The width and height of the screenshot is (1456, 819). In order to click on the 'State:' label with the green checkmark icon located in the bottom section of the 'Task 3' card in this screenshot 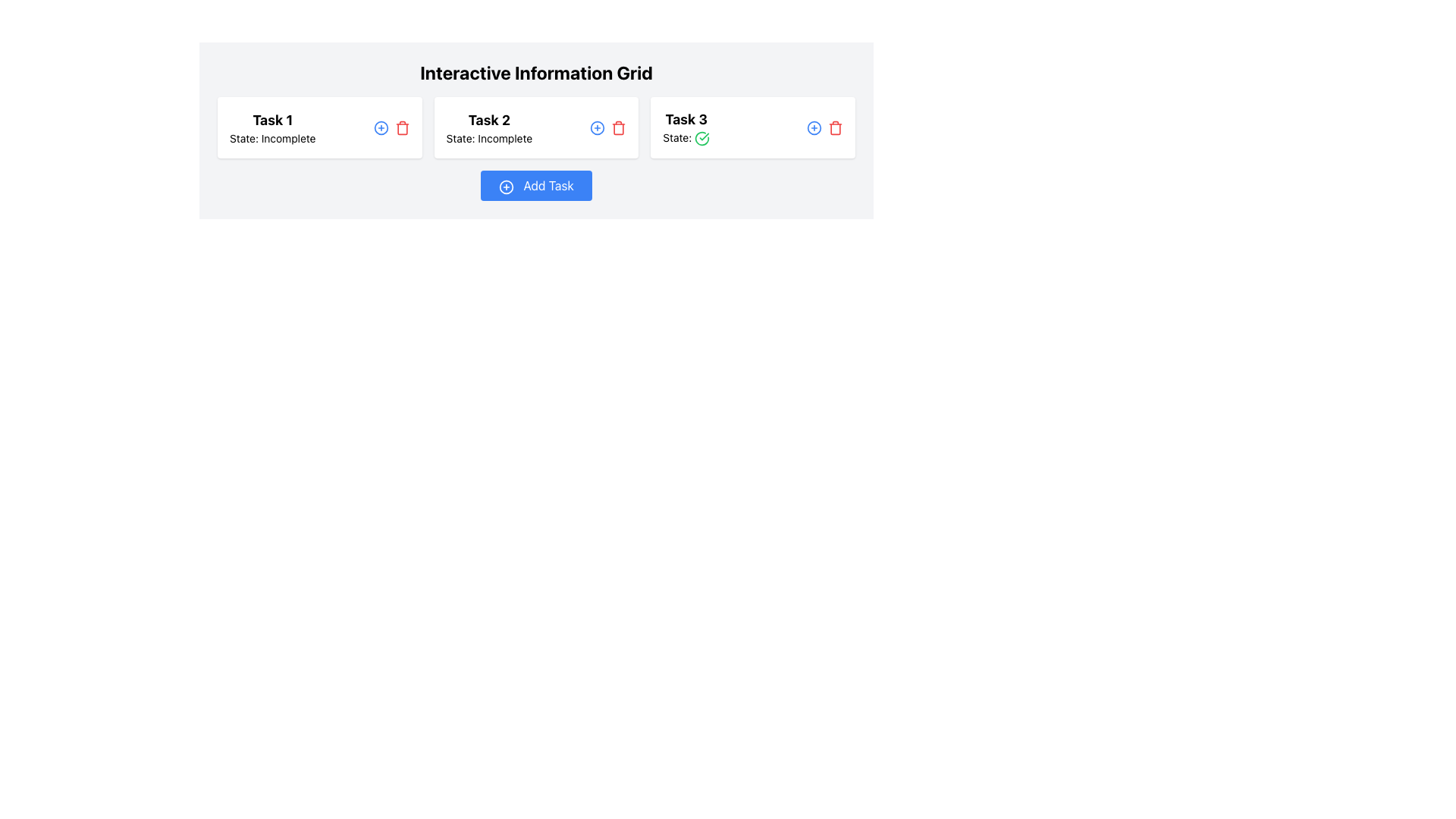, I will do `click(686, 138)`.